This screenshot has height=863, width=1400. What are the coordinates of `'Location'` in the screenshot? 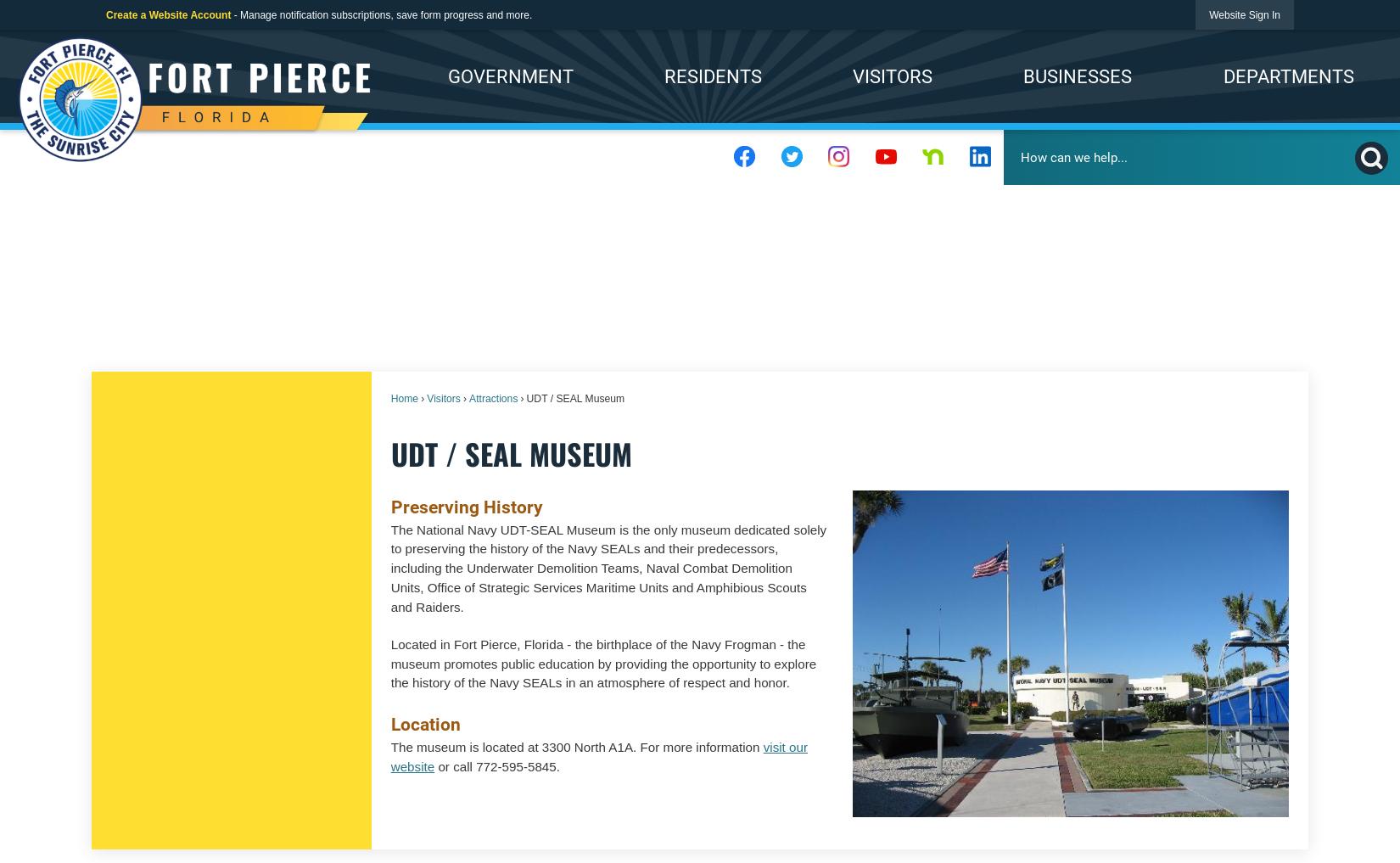 It's located at (389, 724).